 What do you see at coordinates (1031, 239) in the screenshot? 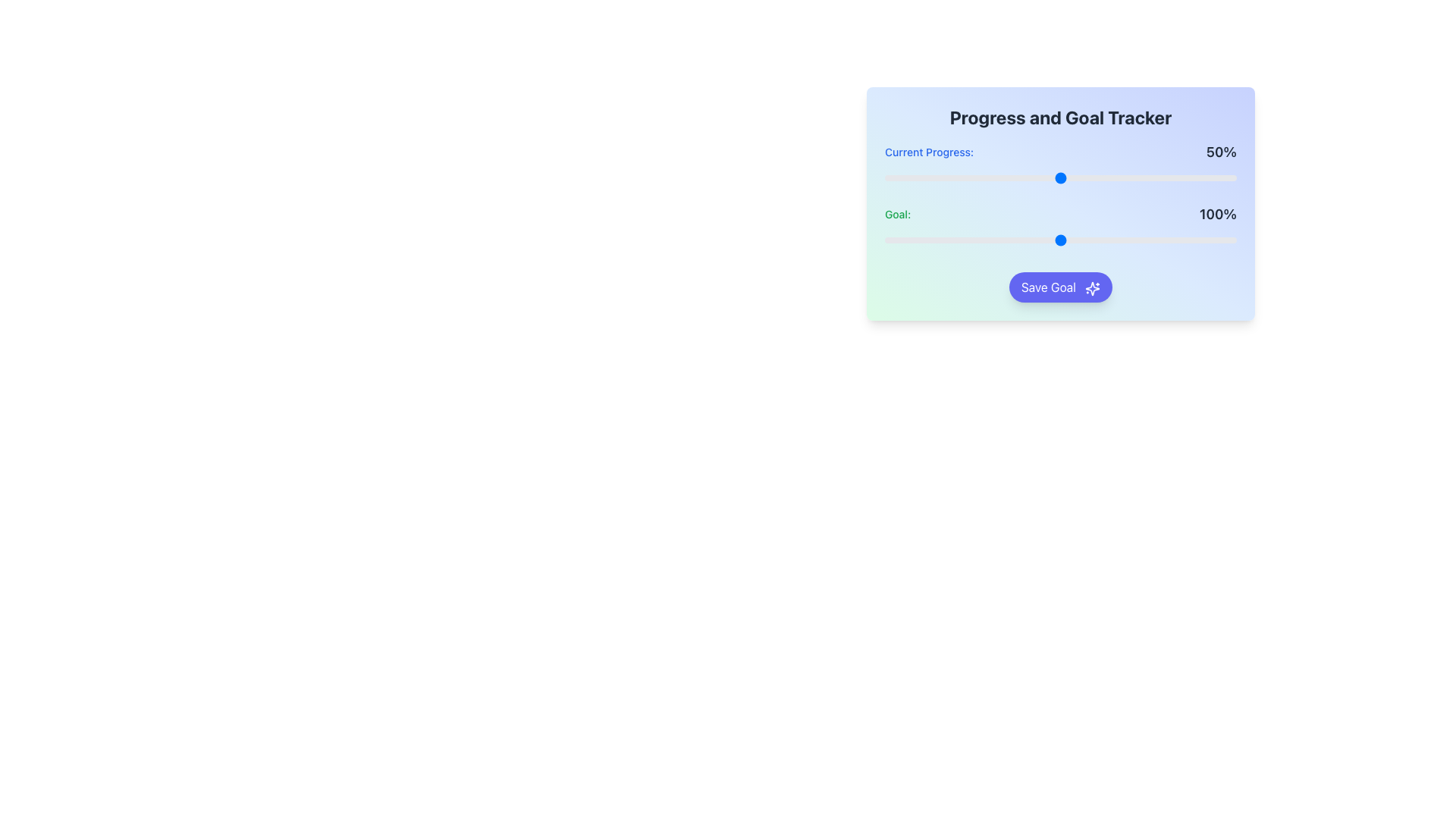
I see `the slider value` at bounding box center [1031, 239].